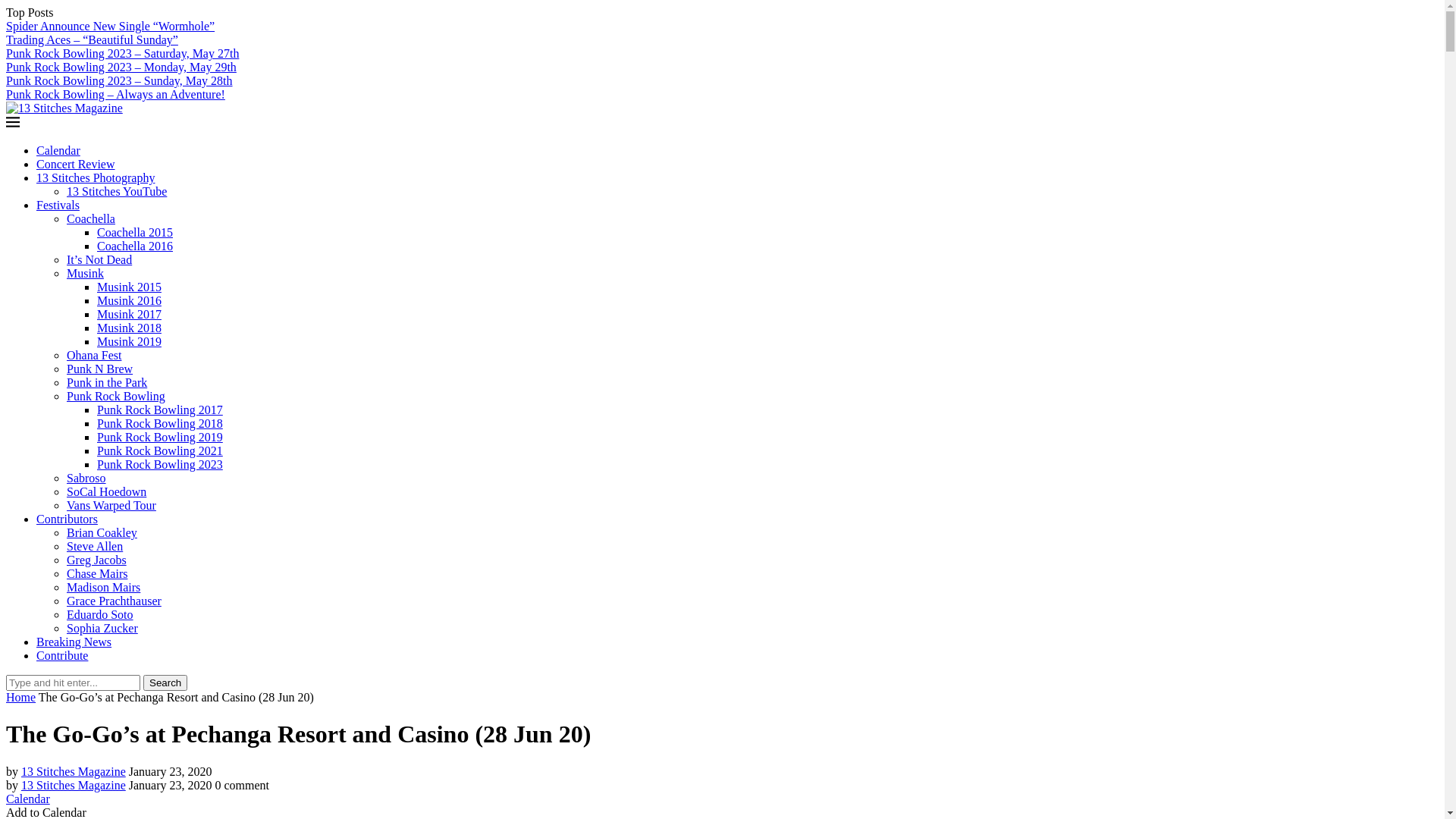  I want to click on 'Festivals', so click(58, 205).